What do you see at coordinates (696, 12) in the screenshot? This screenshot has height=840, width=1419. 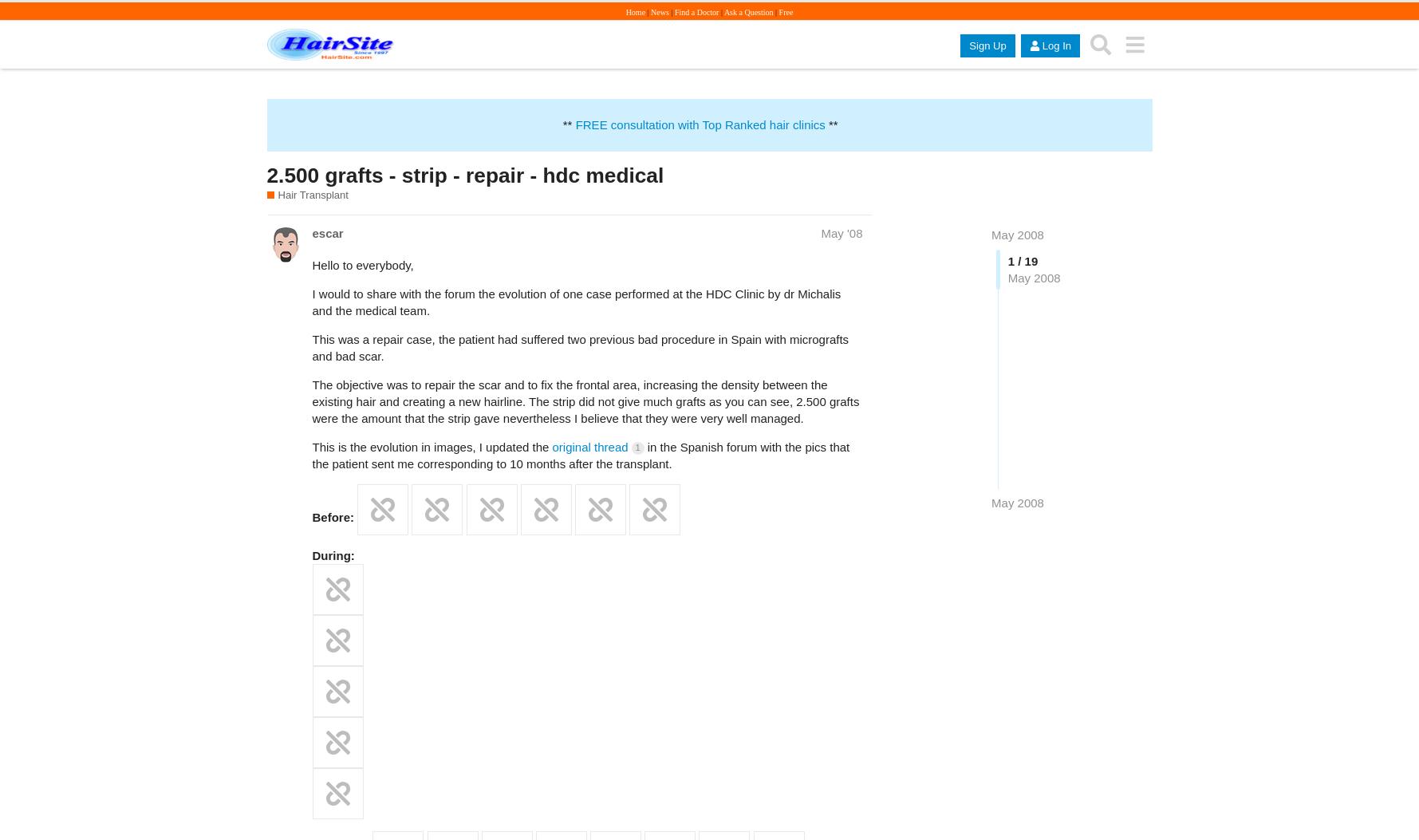 I see `'Find a Doctor'` at bounding box center [696, 12].